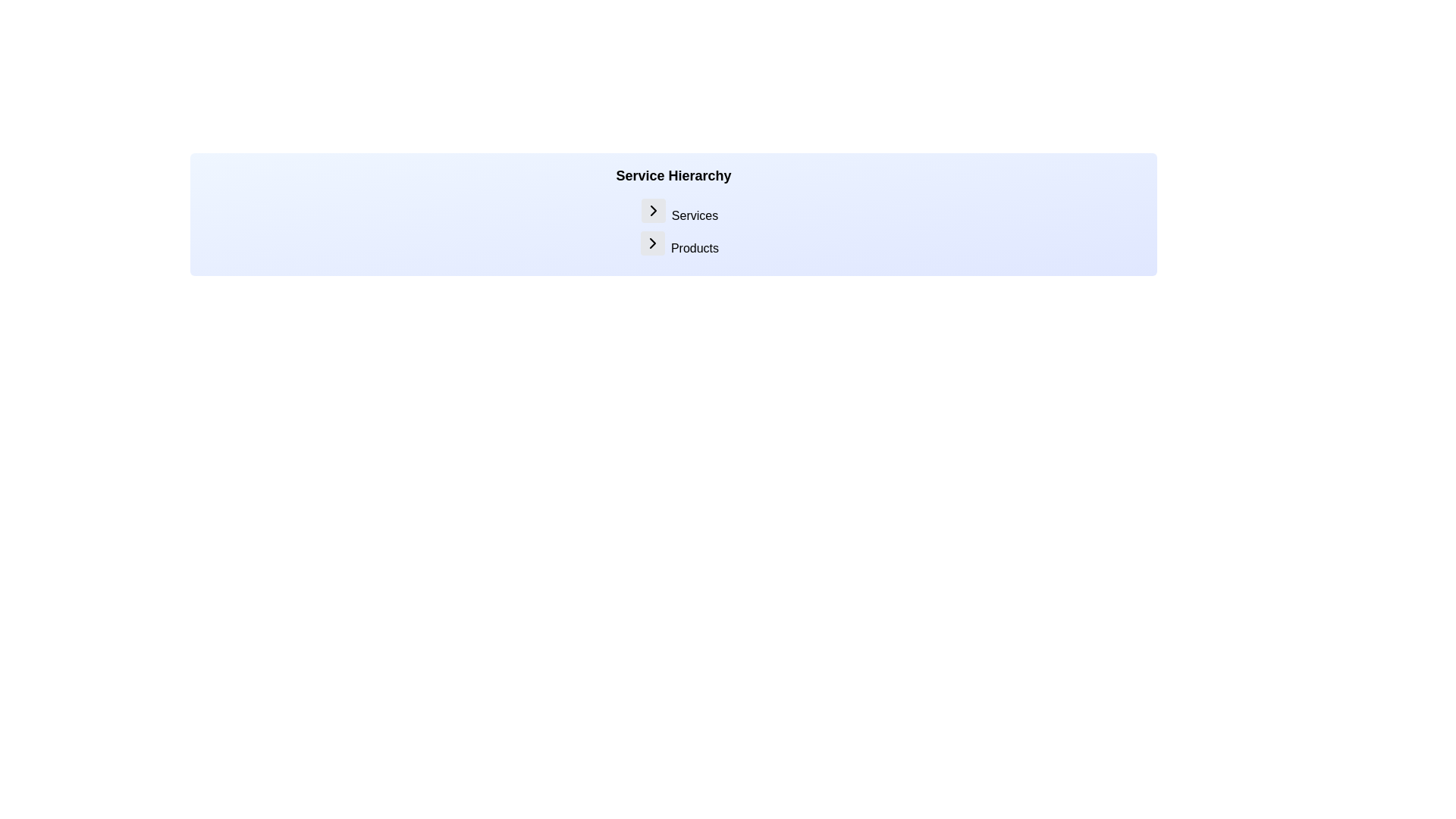 The height and width of the screenshot is (819, 1456). What do you see at coordinates (653, 210) in the screenshot?
I see `the arrow icon button located to the left of the 'Services' text to change its background color` at bounding box center [653, 210].